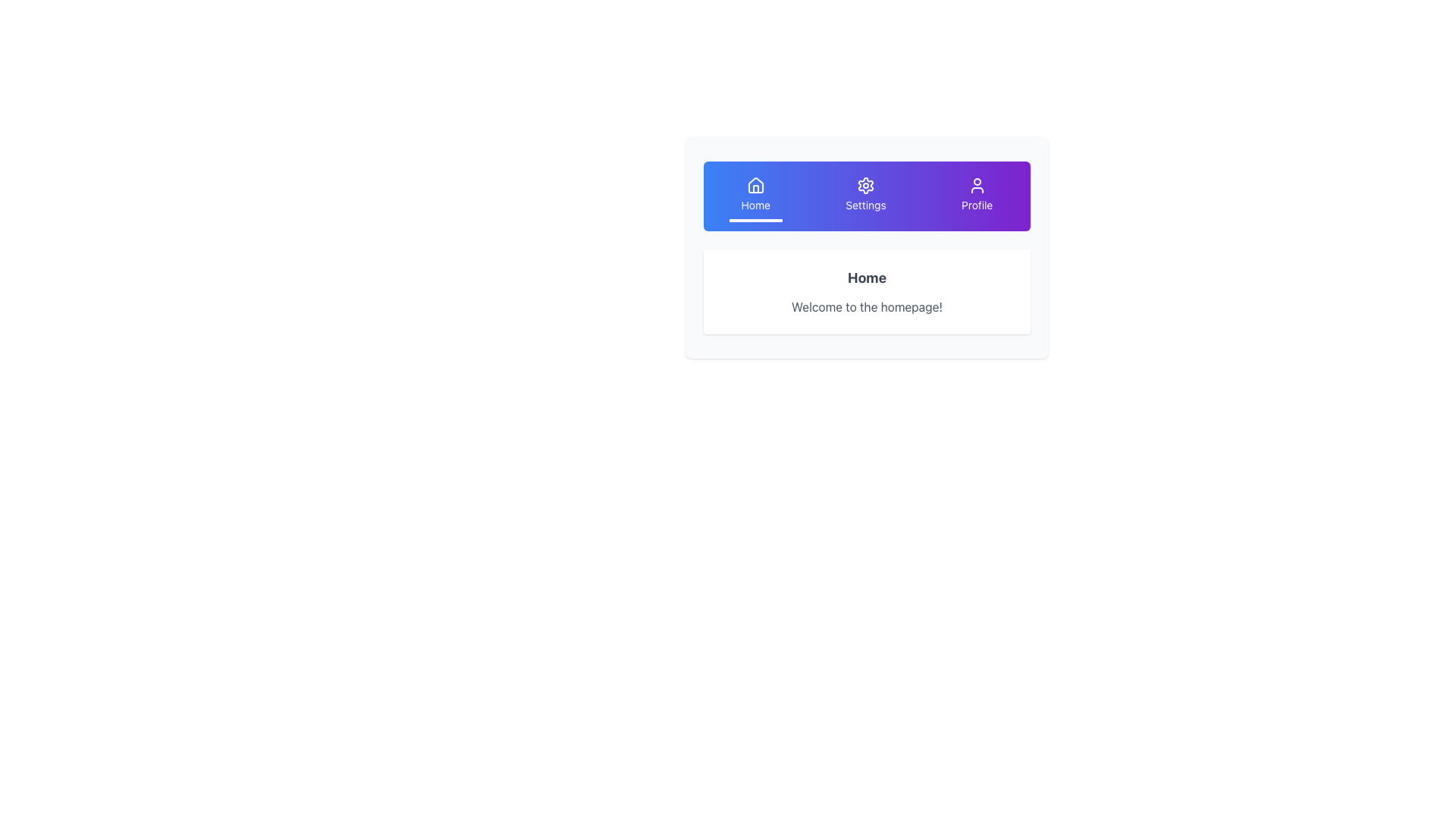 Image resolution: width=1456 pixels, height=819 pixels. I want to click on the 'Home' text label, which is located at the bottom of the button with a house icon, positioned at the leftmost side of the row of buttons, so click(755, 205).